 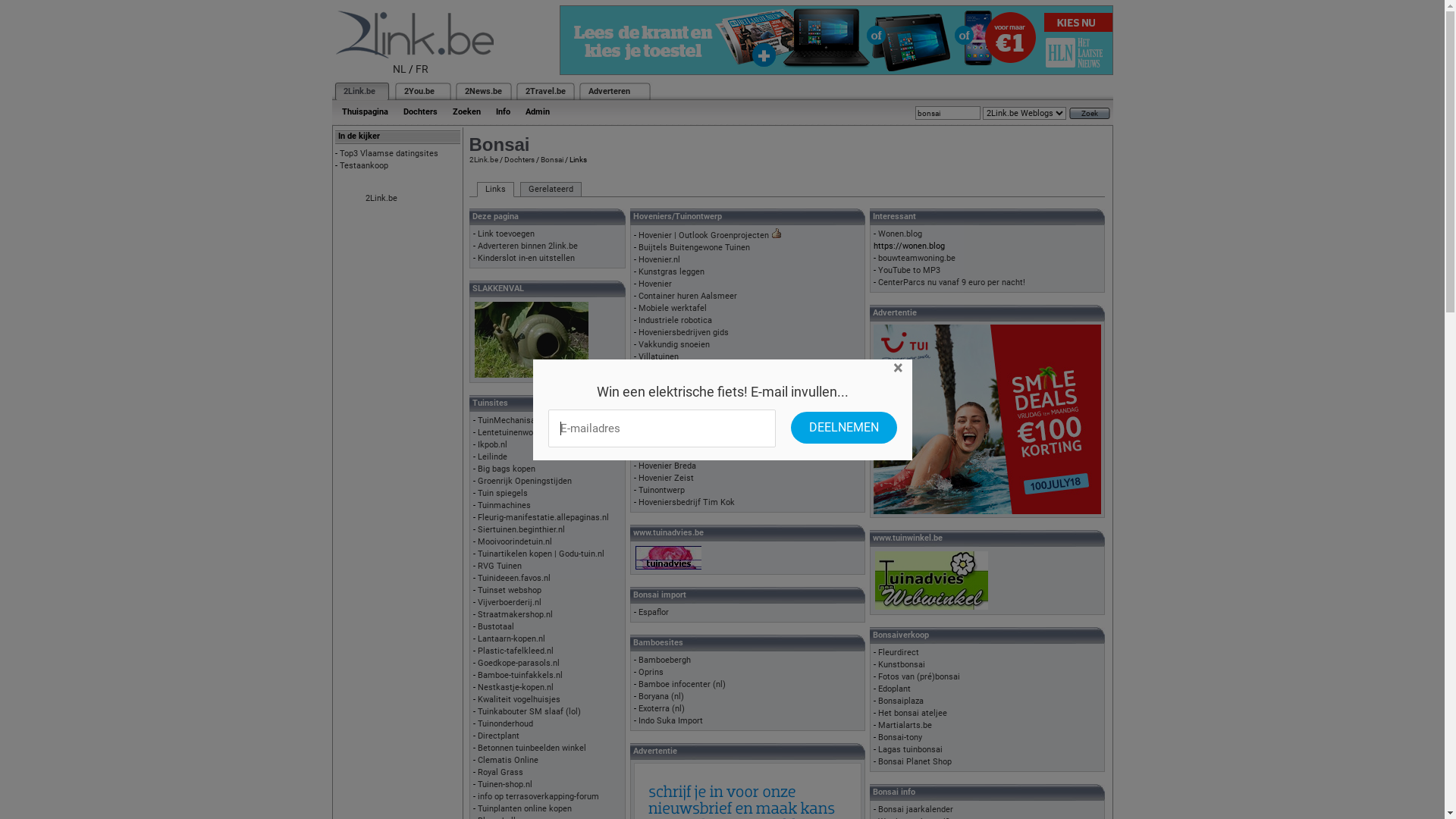 What do you see at coordinates (661, 708) in the screenshot?
I see `'Exoterra (nl)'` at bounding box center [661, 708].